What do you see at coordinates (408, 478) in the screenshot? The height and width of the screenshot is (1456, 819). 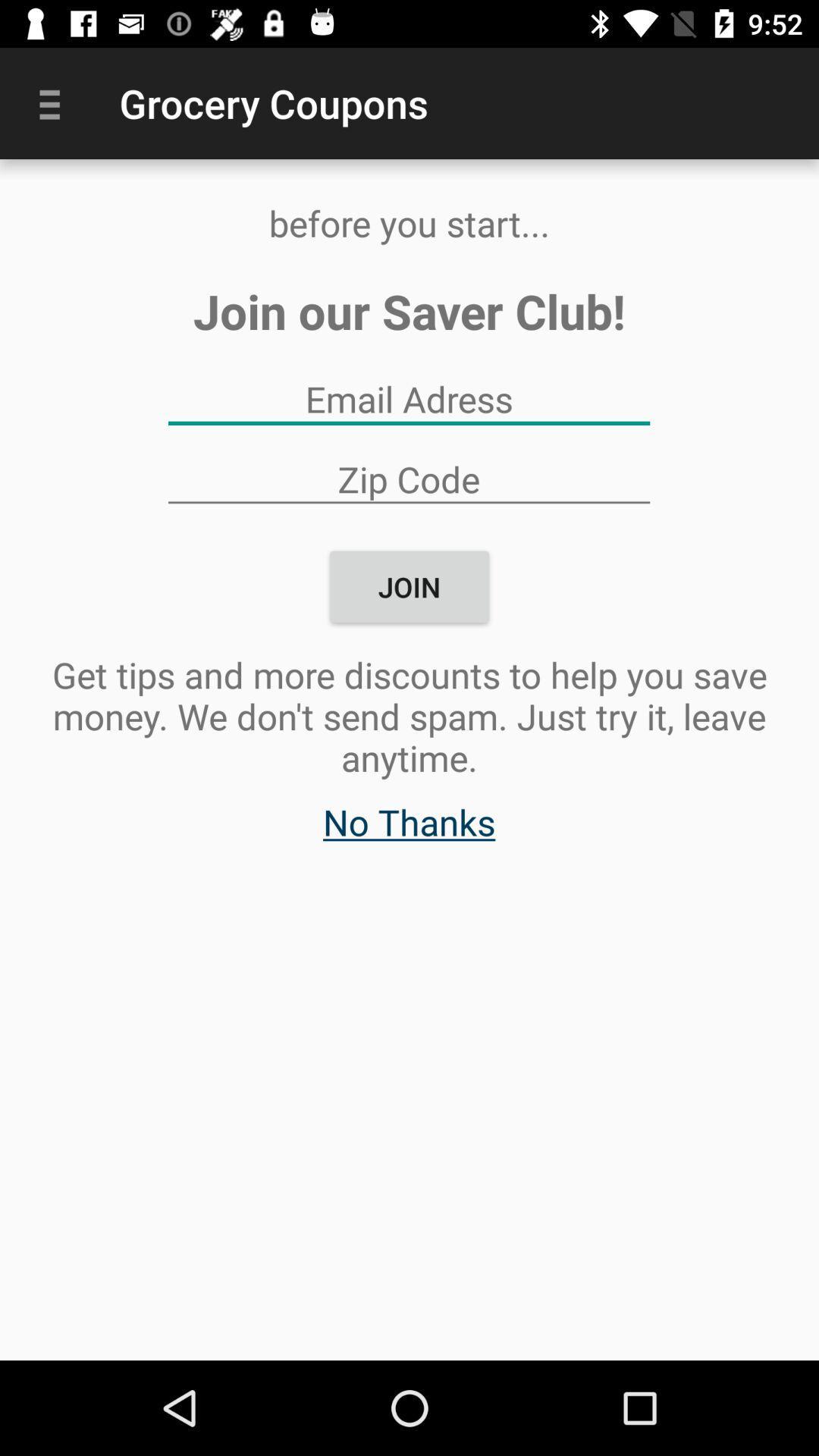 I see `zip code` at bounding box center [408, 478].